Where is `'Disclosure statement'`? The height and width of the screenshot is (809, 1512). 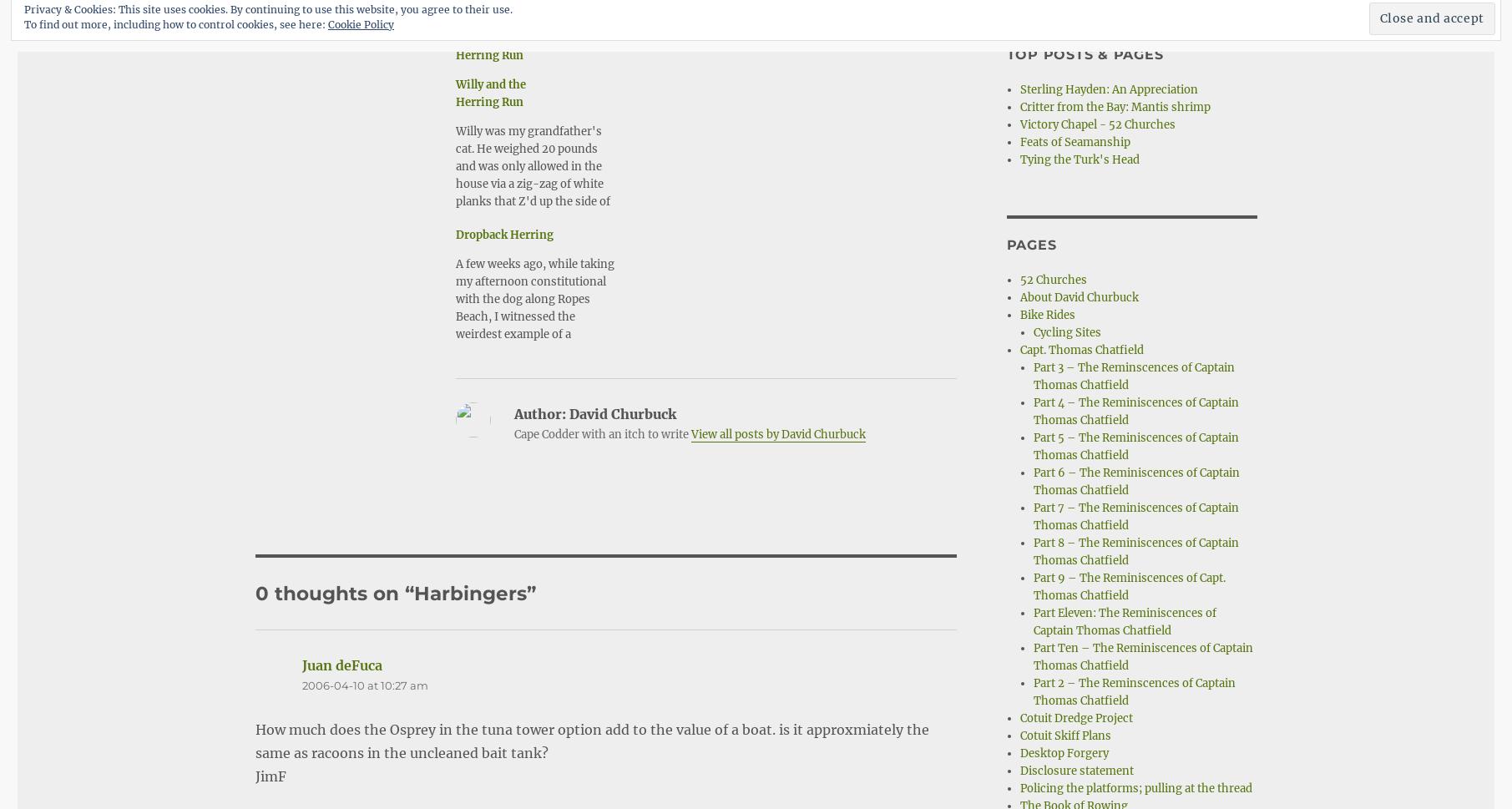 'Disclosure statement' is located at coordinates (1076, 771).